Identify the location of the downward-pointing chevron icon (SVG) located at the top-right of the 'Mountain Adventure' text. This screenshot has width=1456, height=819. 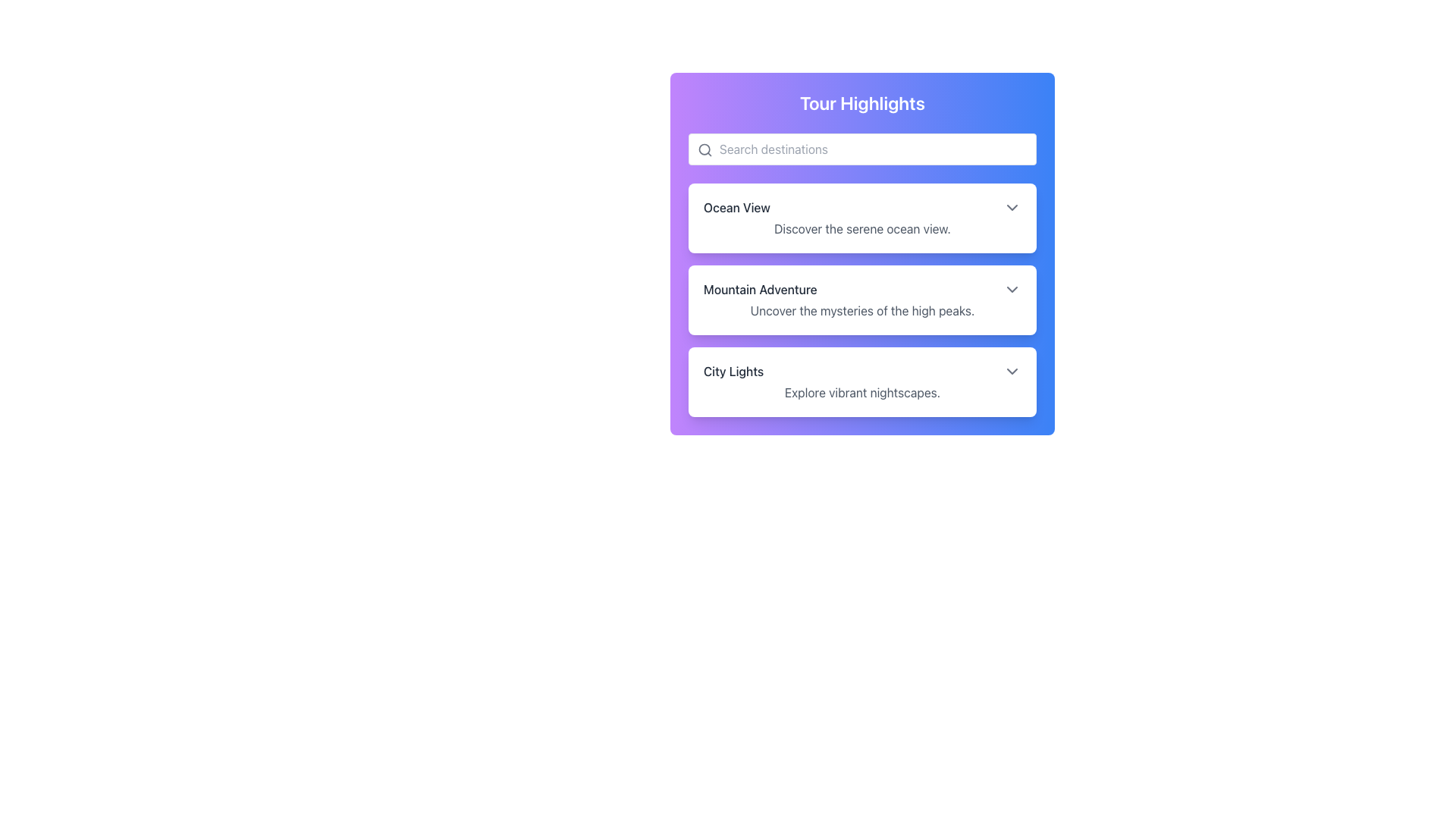
(1012, 289).